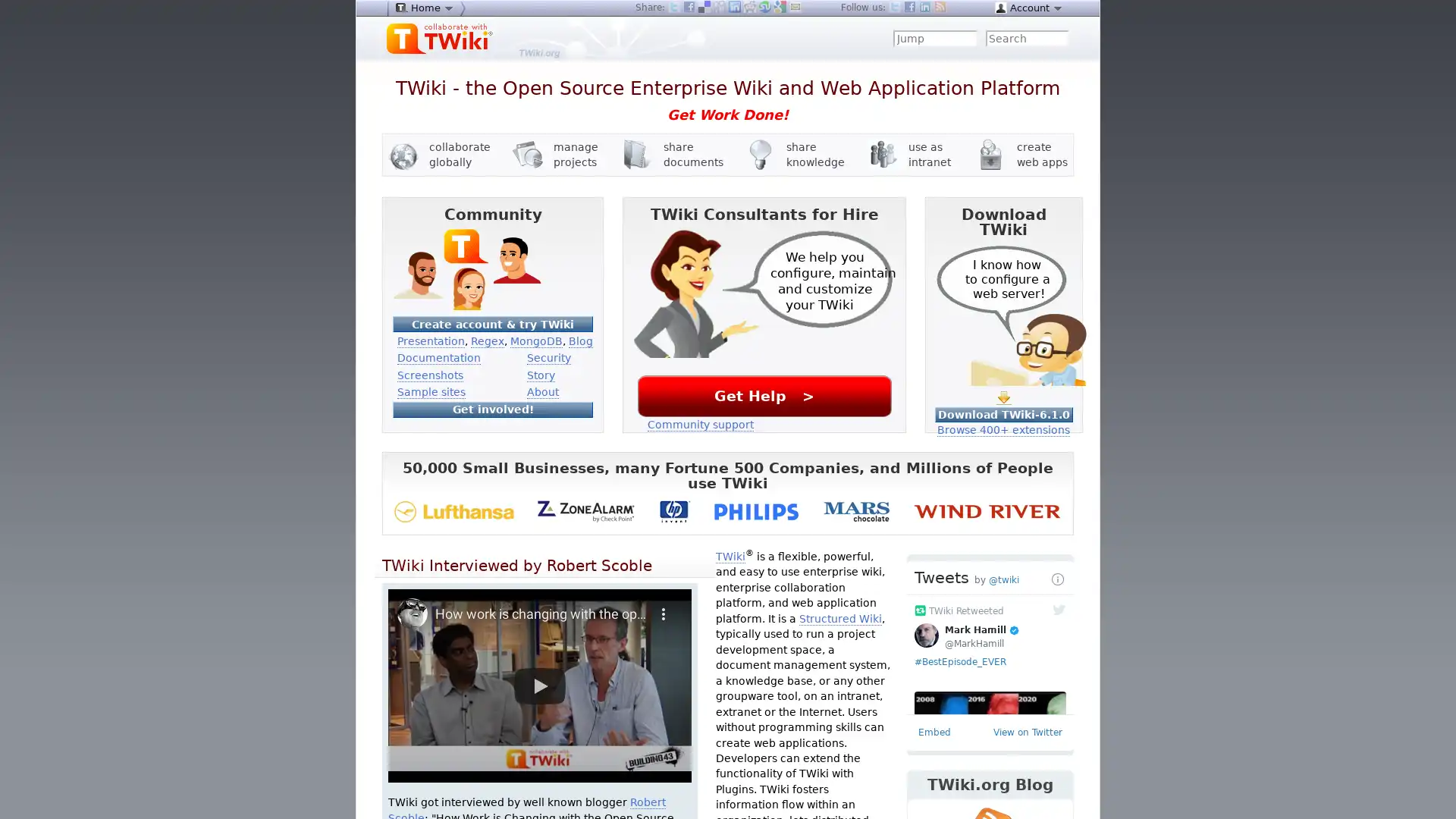 The height and width of the screenshot is (819, 1456). What do you see at coordinates (1003, 414) in the screenshot?
I see `Download TWiki-6.1.0` at bounding box center [1003, 414].